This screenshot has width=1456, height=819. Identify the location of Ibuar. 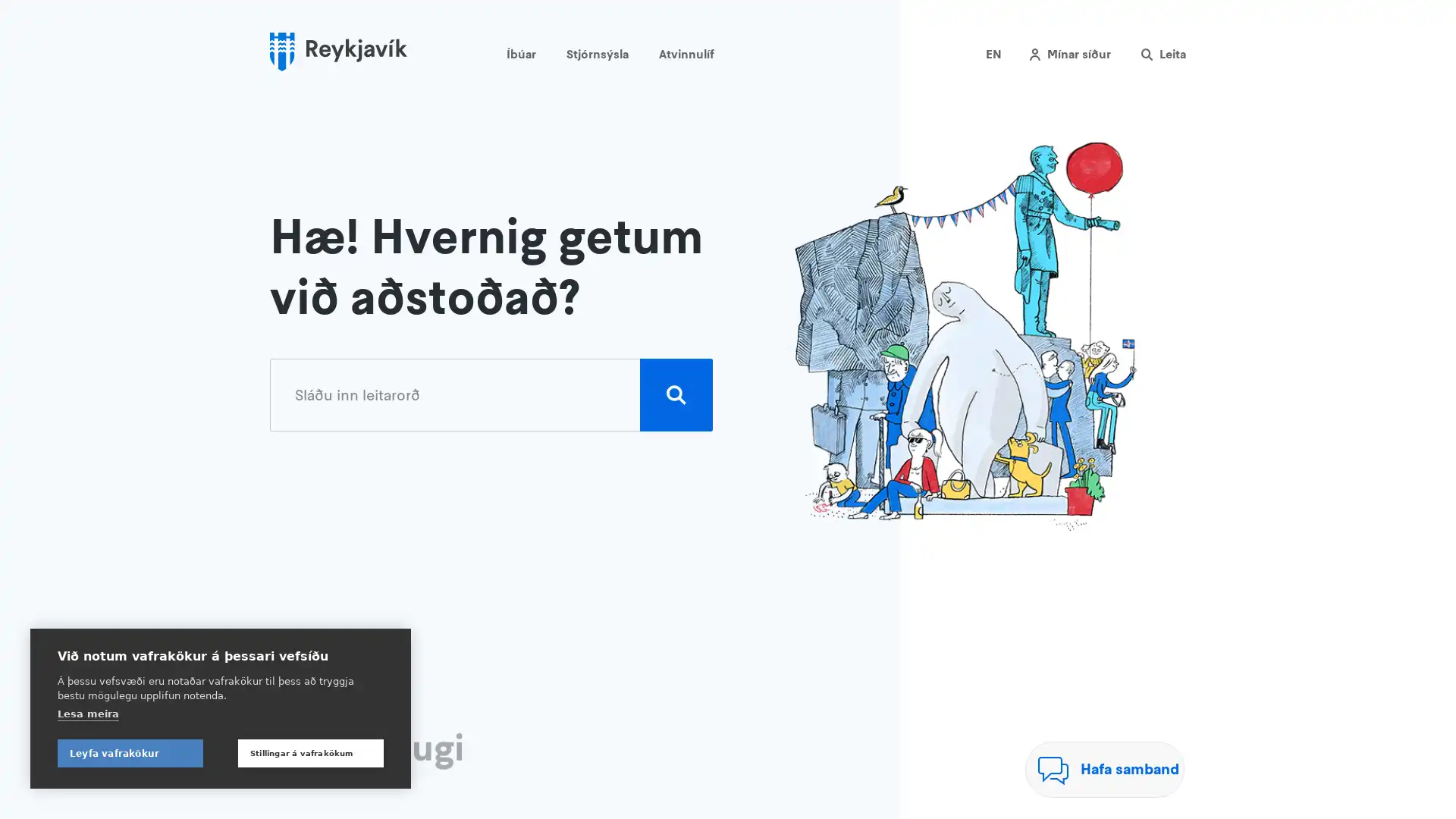
(521, 51).